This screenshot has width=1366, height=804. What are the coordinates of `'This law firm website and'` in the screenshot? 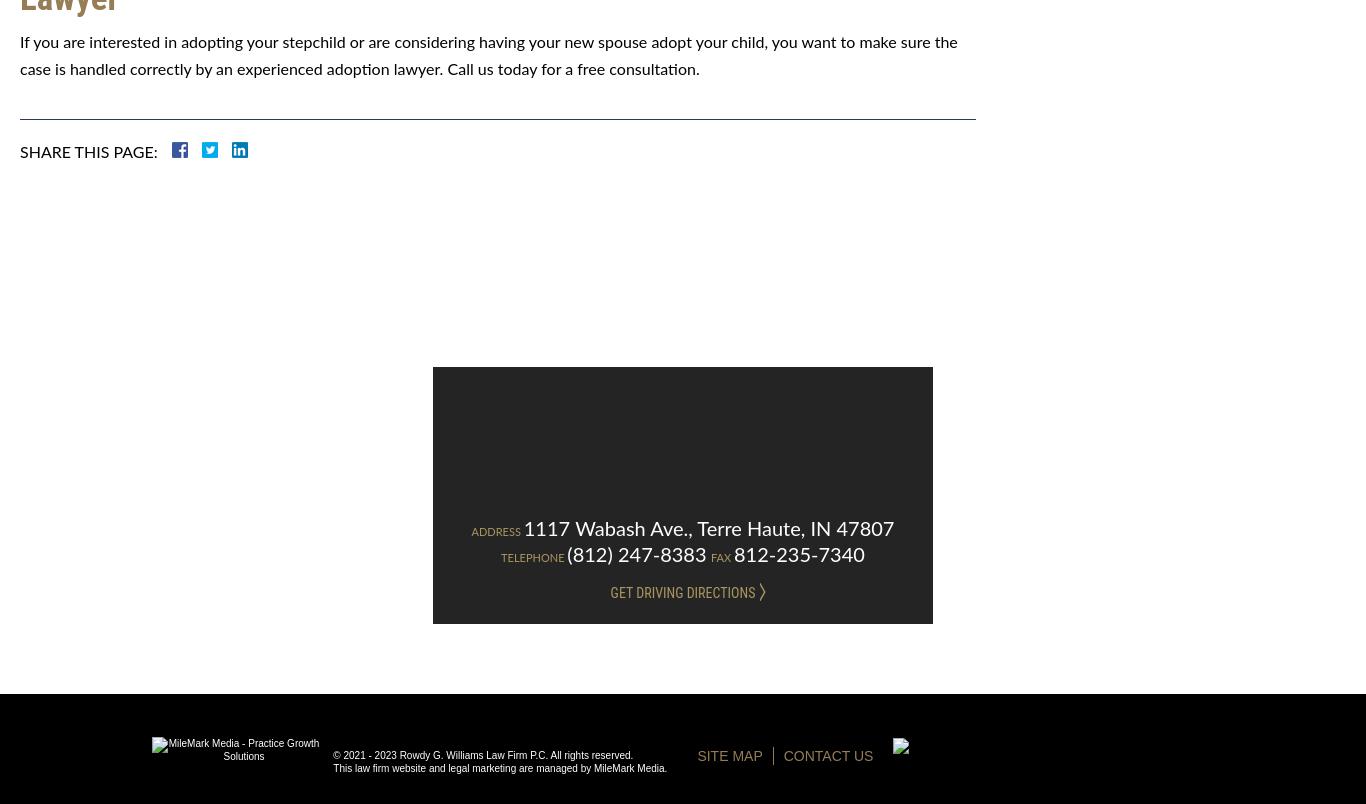 It's located at (389, 767).